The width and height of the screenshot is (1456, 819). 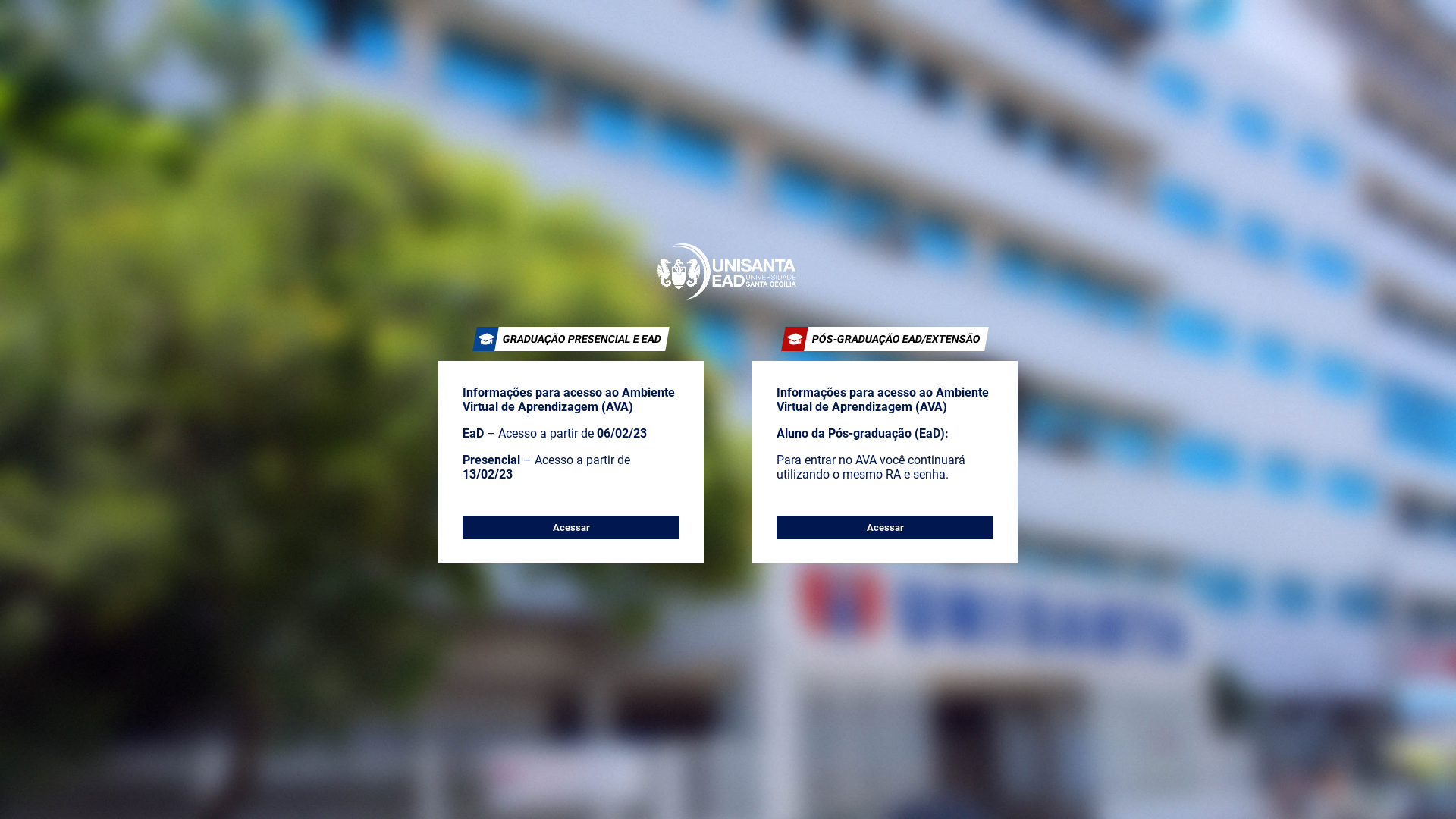 What do you see at coordinates (570, 526) in the screenshot?
I see `'Acessar'` at bounding box center [570, 526].